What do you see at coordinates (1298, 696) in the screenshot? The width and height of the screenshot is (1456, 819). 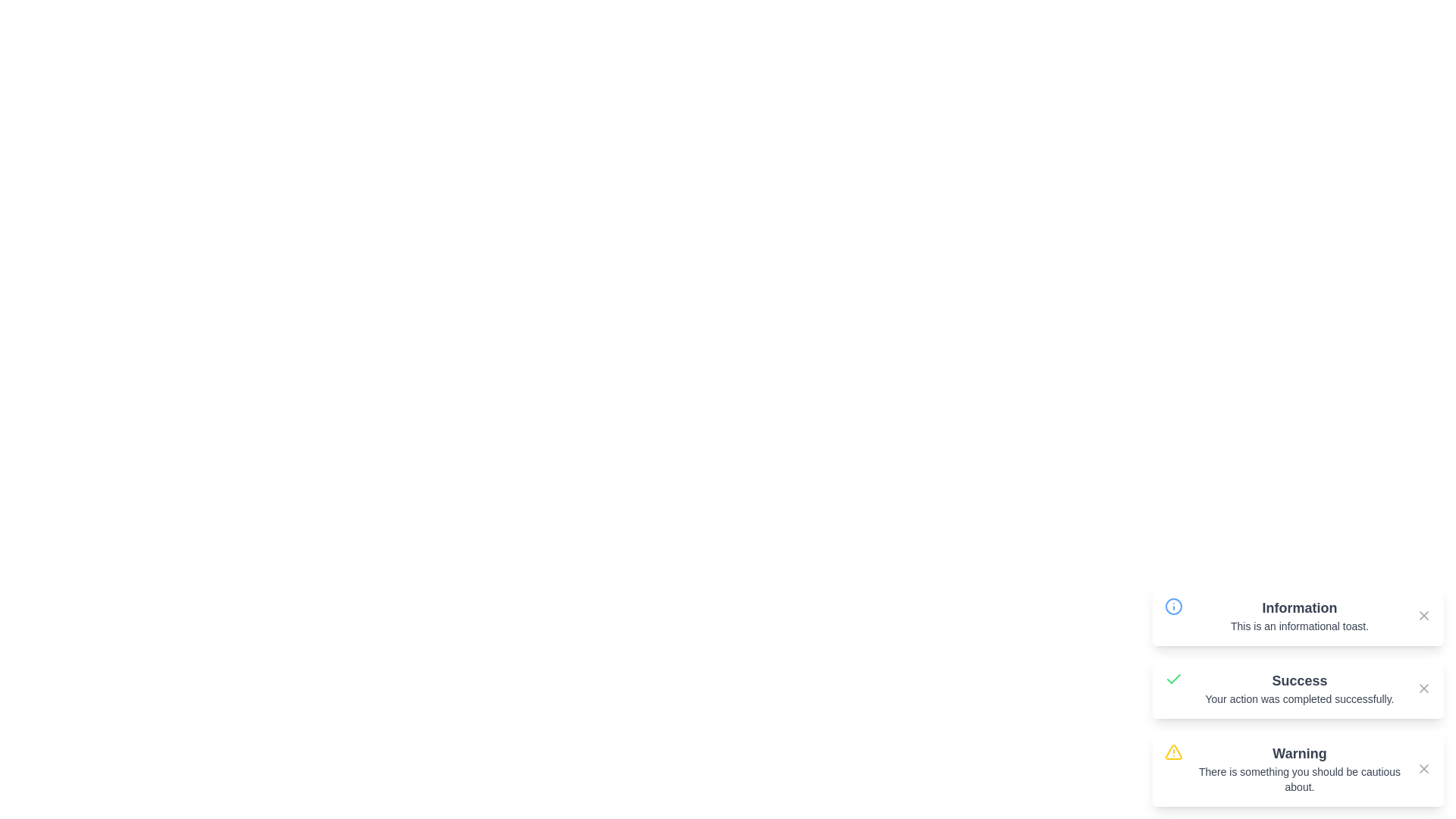 I see `message from the Notification toast that indicates success, which displays 'Your action was completed successfully.'` at bounding box center [1298, 696].